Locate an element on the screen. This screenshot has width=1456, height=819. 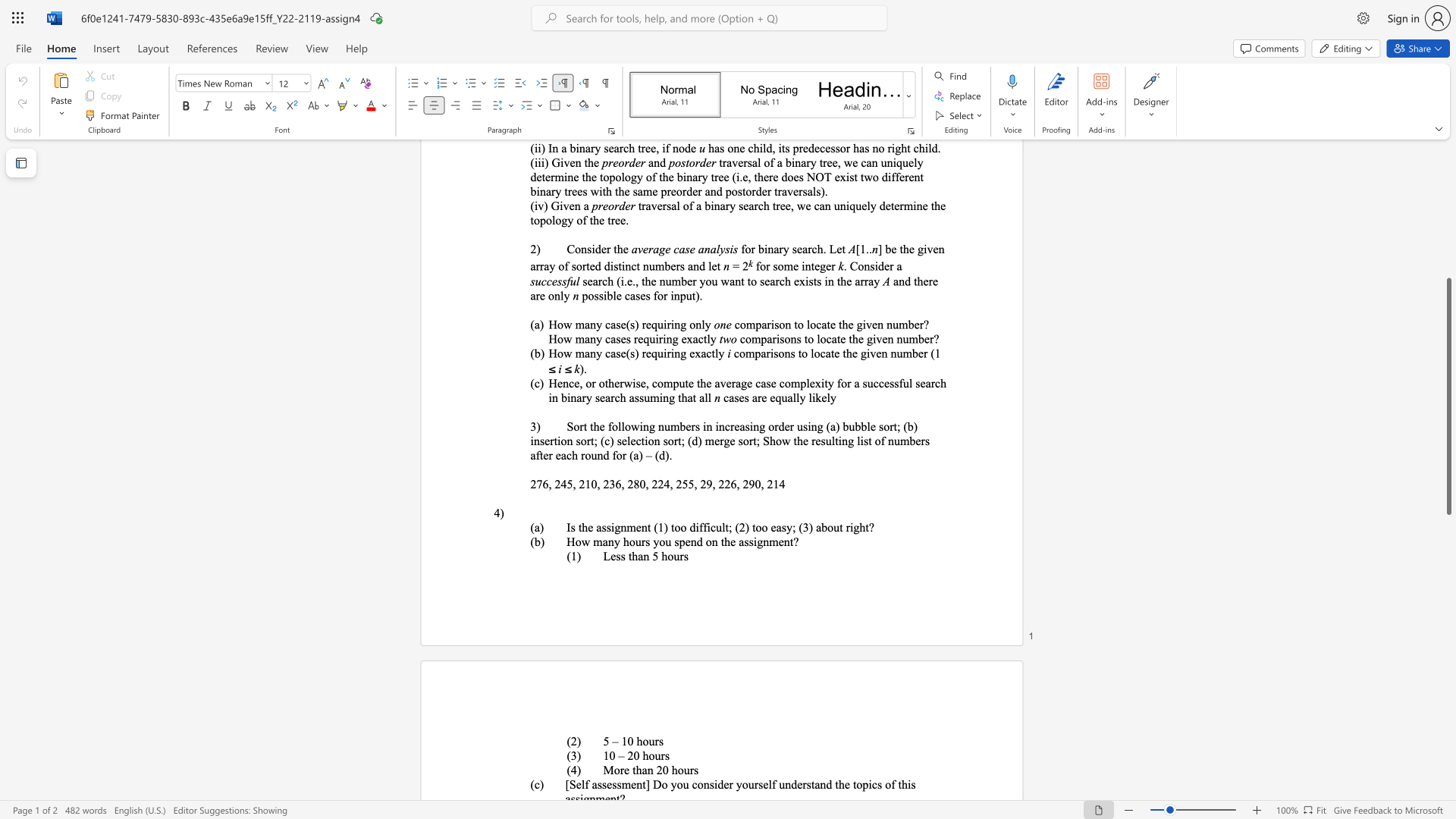
the subset text "24, 255, 29, 226, 290, 214" within the text "276, 245, 210, 236, 280, 224, 255, 29, 226, 290, 214" is located at coordinates (657, 484).